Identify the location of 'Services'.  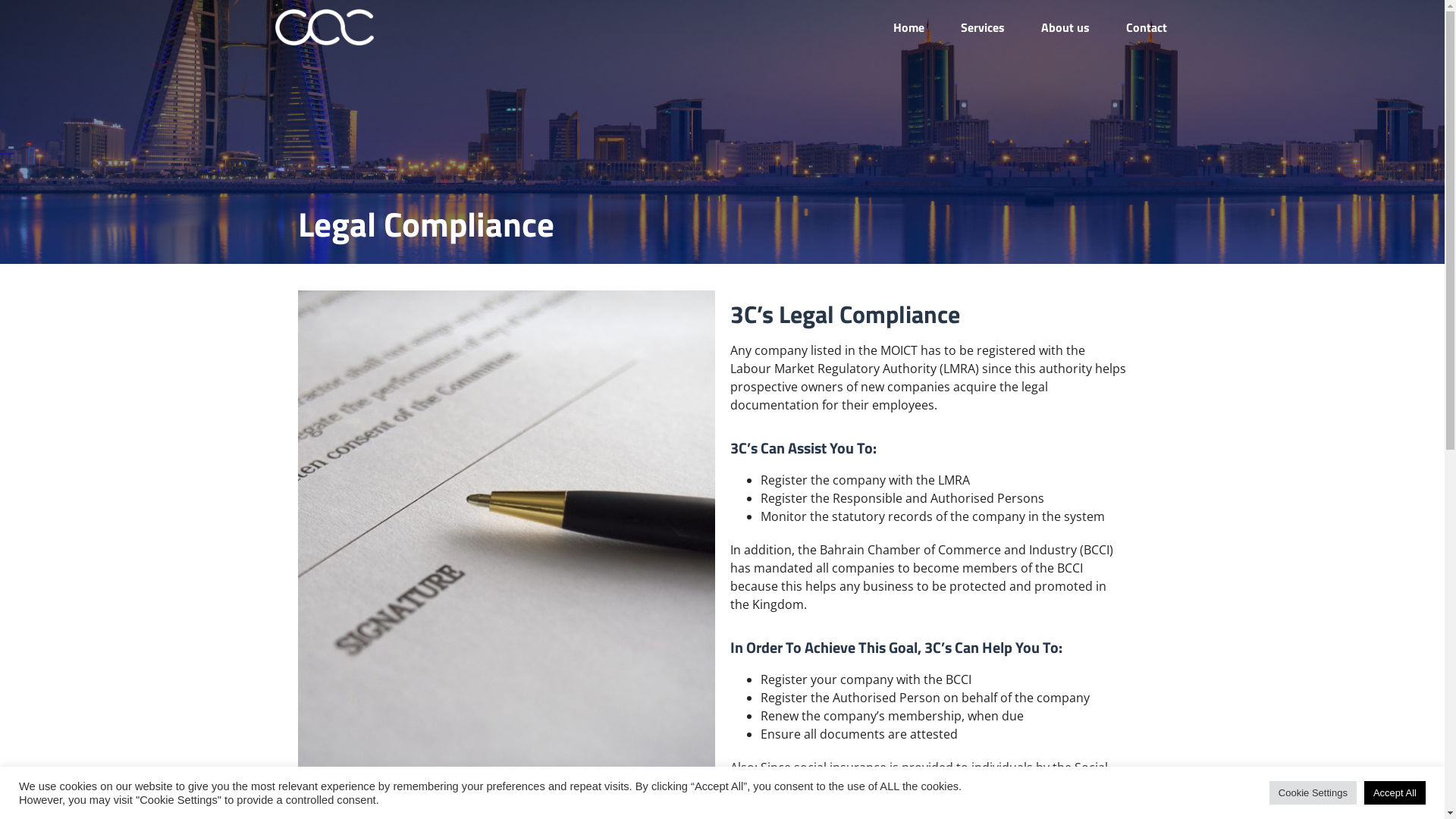
(982, 27).